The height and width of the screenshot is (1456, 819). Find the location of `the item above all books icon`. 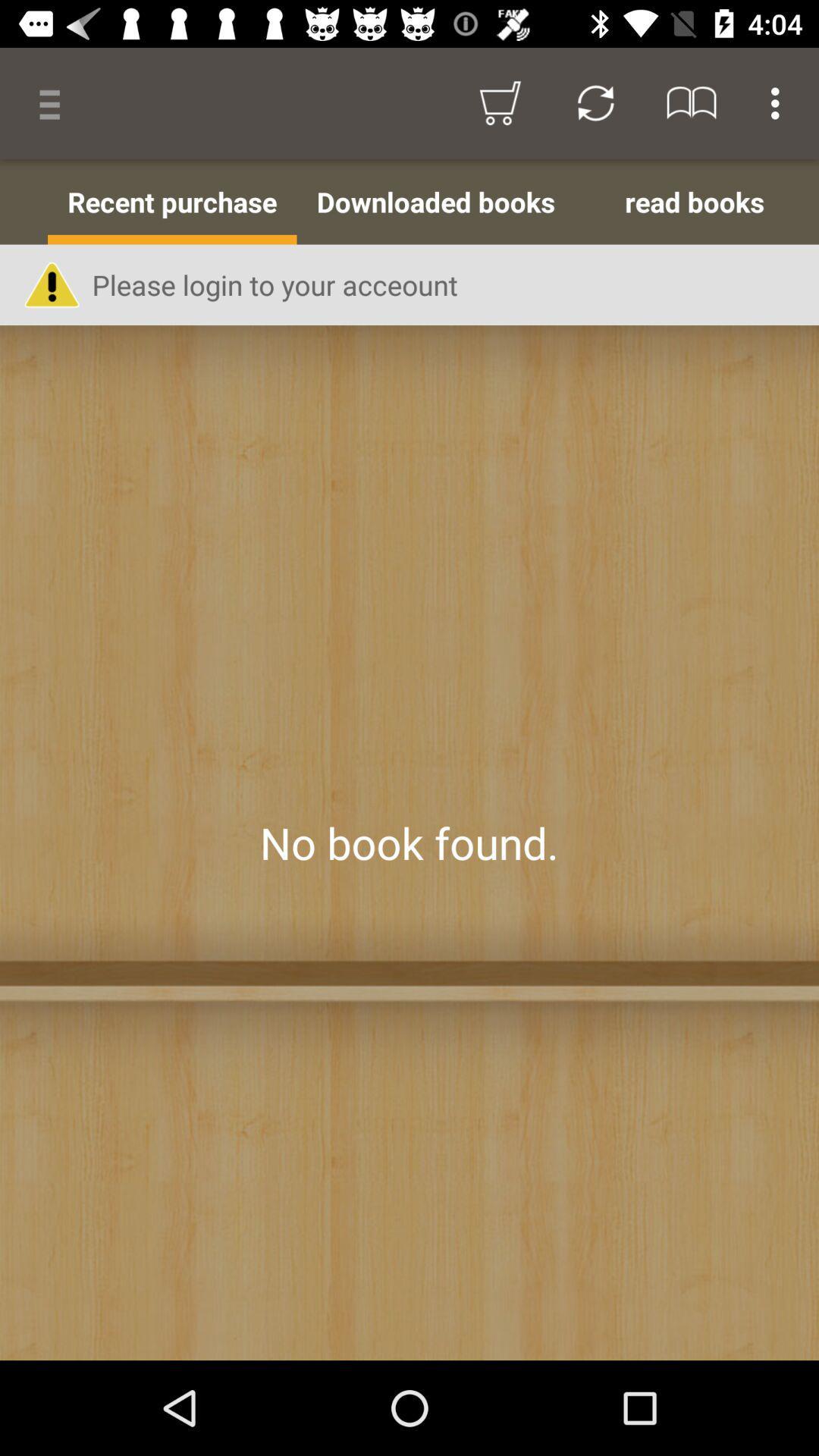

the item above all books icon is located at coordinates (55, 102).